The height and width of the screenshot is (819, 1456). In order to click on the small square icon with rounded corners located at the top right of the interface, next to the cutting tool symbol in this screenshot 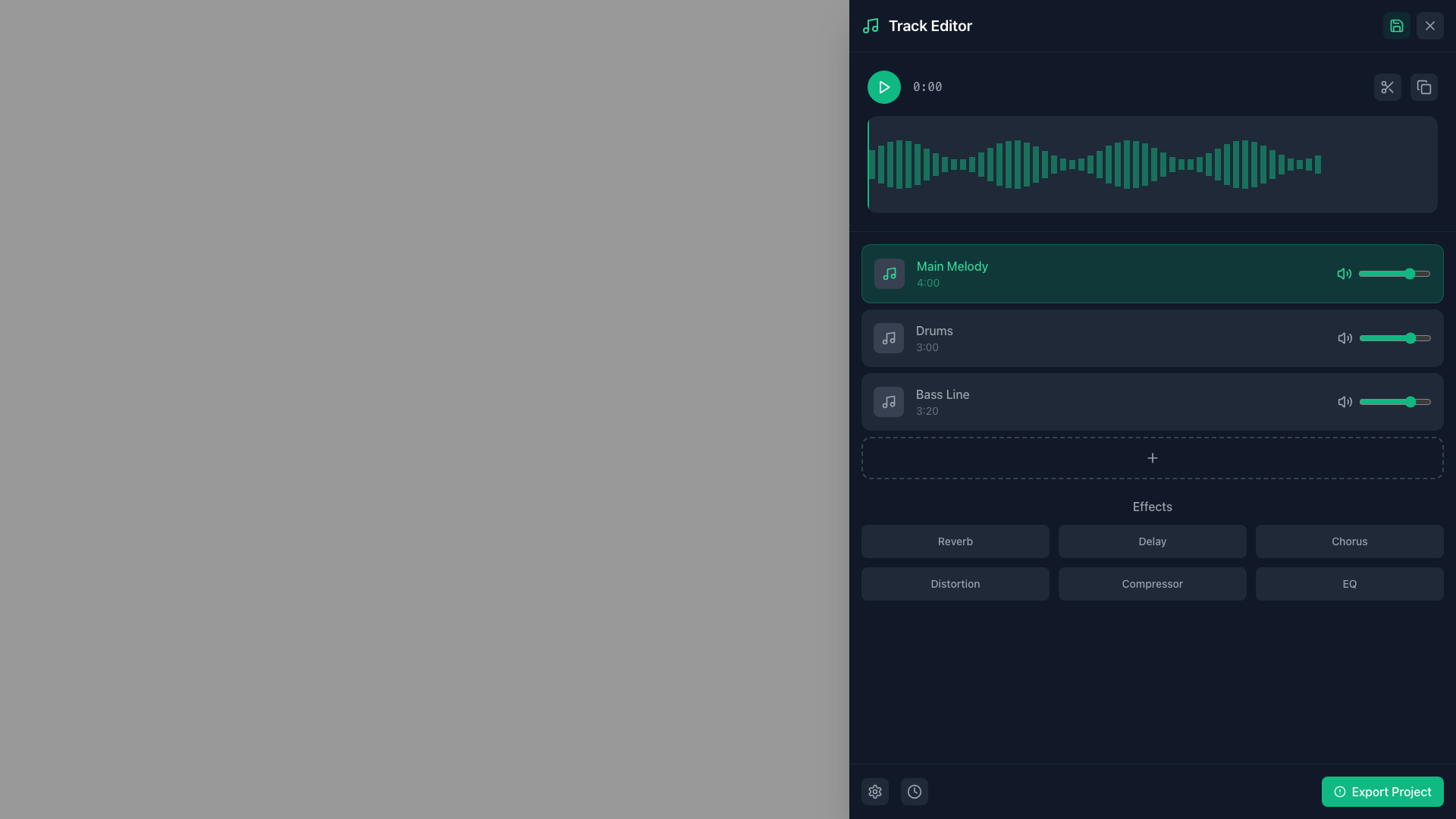, I will do `click(1425, 89)`.